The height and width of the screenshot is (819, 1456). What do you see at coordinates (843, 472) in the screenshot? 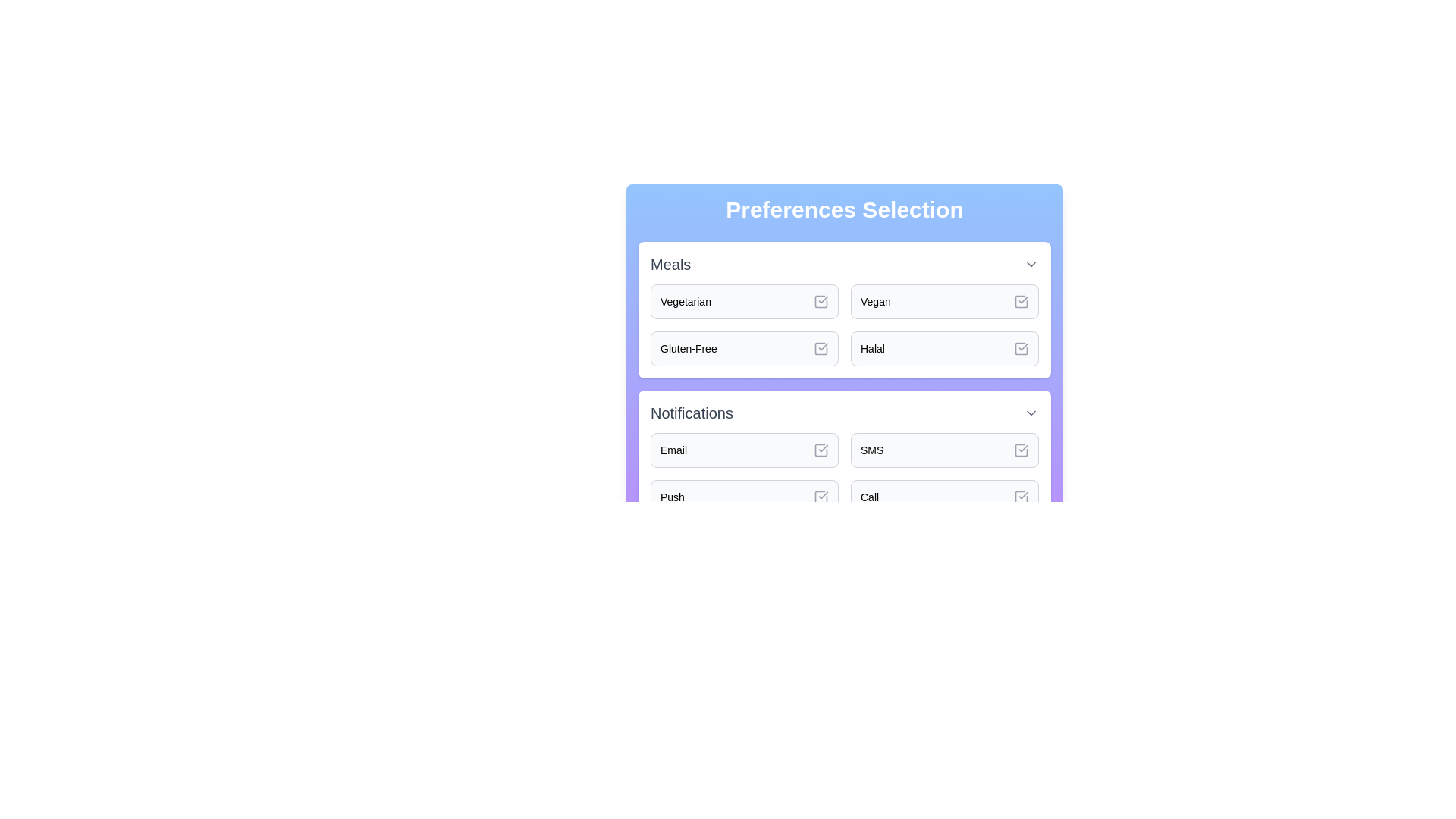
I see `the checkboxes in the Grid layout for 'Email', 'SMS', 'Push', and 'Call'` at bounding box center [843, 472].